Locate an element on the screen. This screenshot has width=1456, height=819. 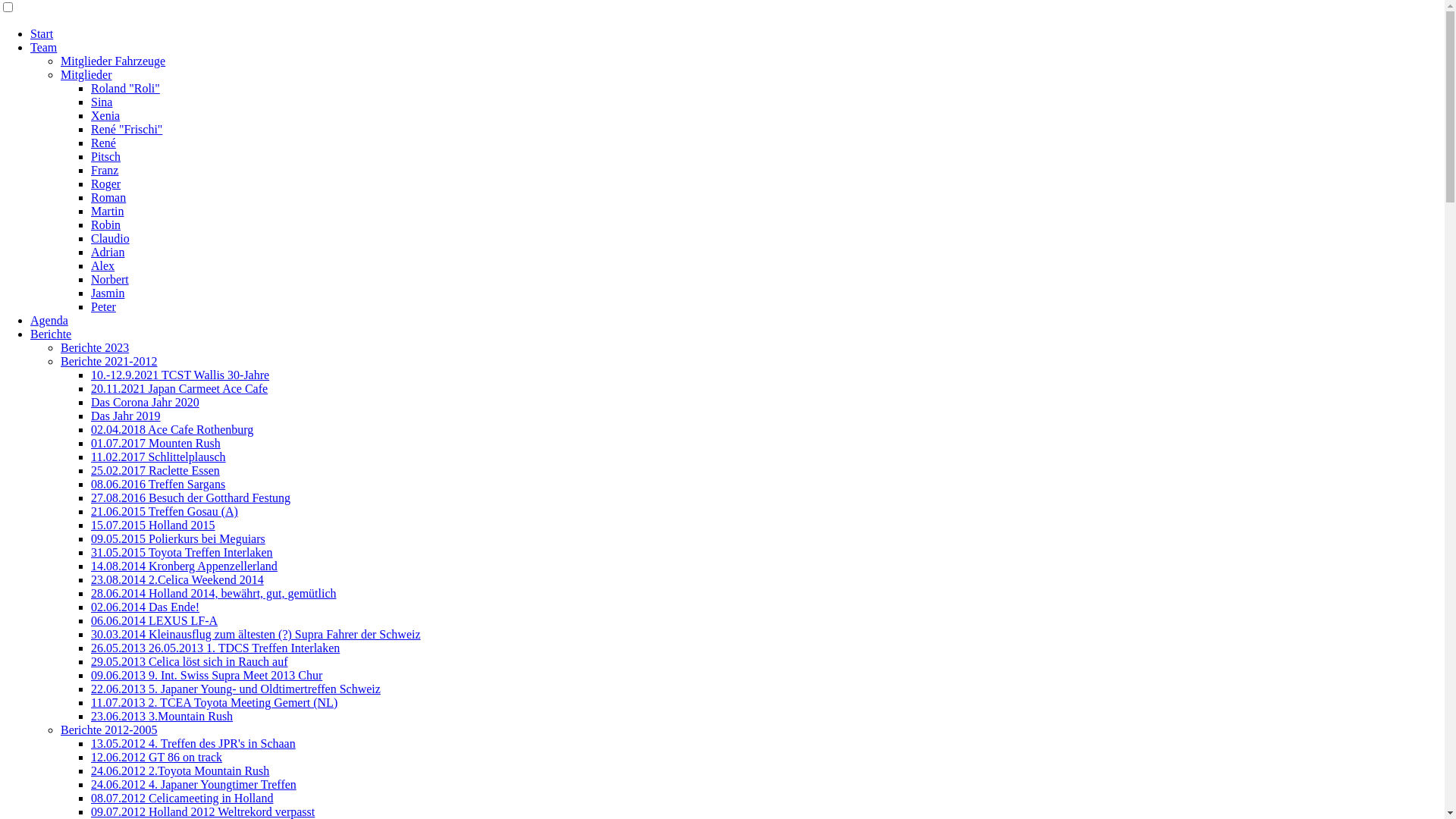
'31.05.2015 Toyota Treffen Interlaken' is located at coordinates (182, 552).